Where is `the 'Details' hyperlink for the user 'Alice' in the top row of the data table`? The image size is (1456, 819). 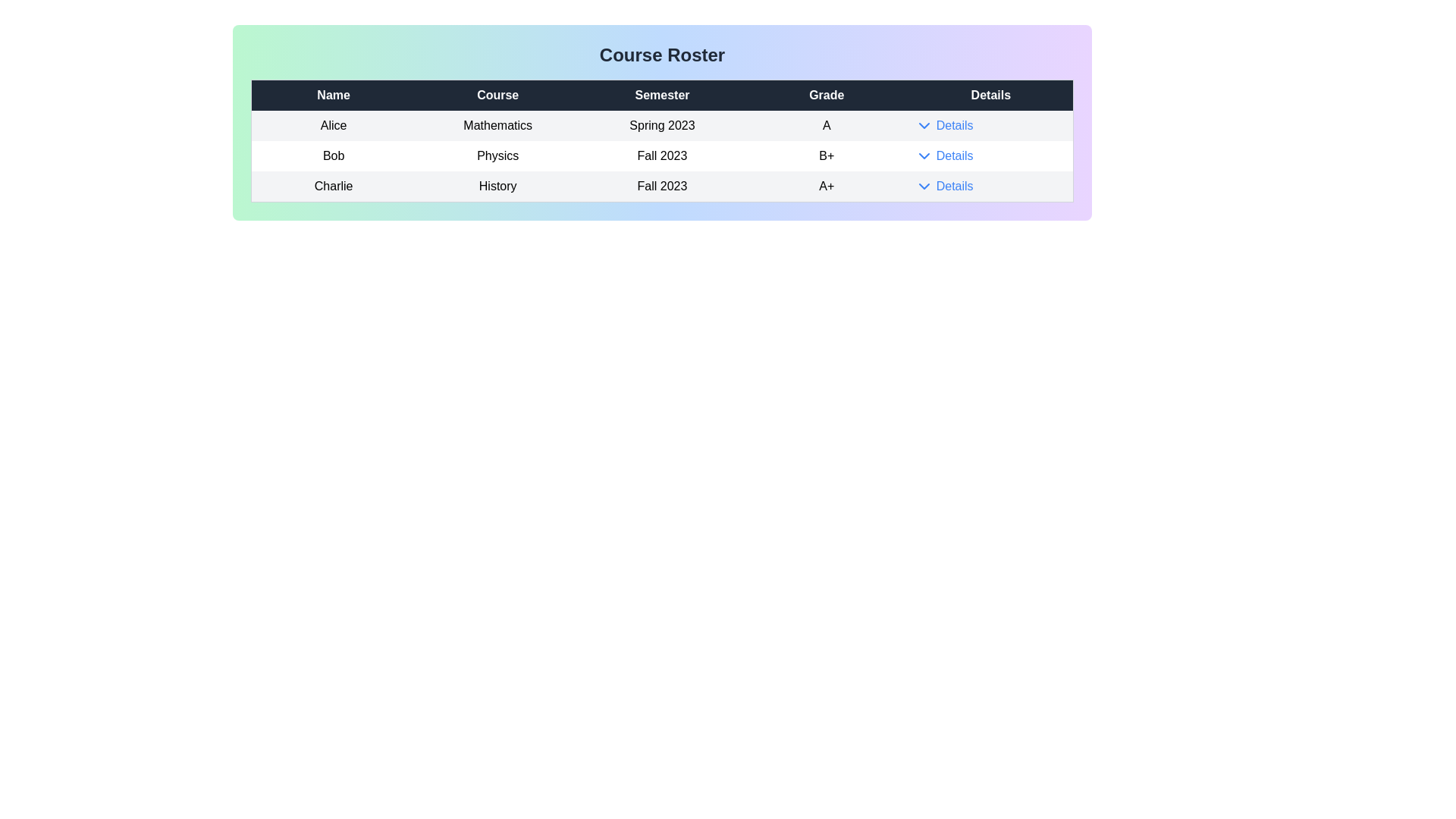
the 'Details' hyperlink for the user 'Alice' in the top row of the data table is located at coordinates (953, 124).